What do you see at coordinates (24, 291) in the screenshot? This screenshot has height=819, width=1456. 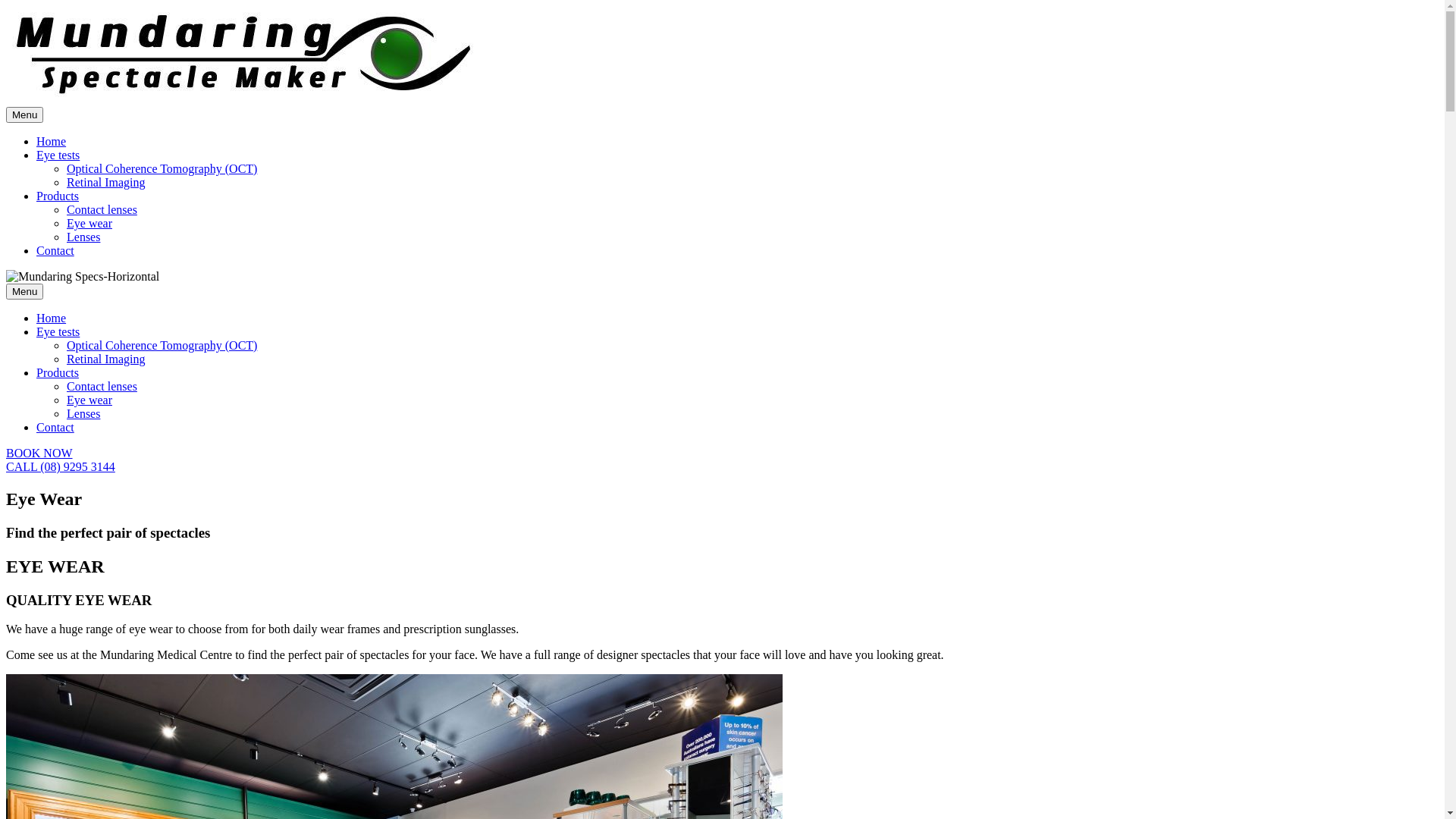 I see `'Menu'` at bounding box center [24, 291].